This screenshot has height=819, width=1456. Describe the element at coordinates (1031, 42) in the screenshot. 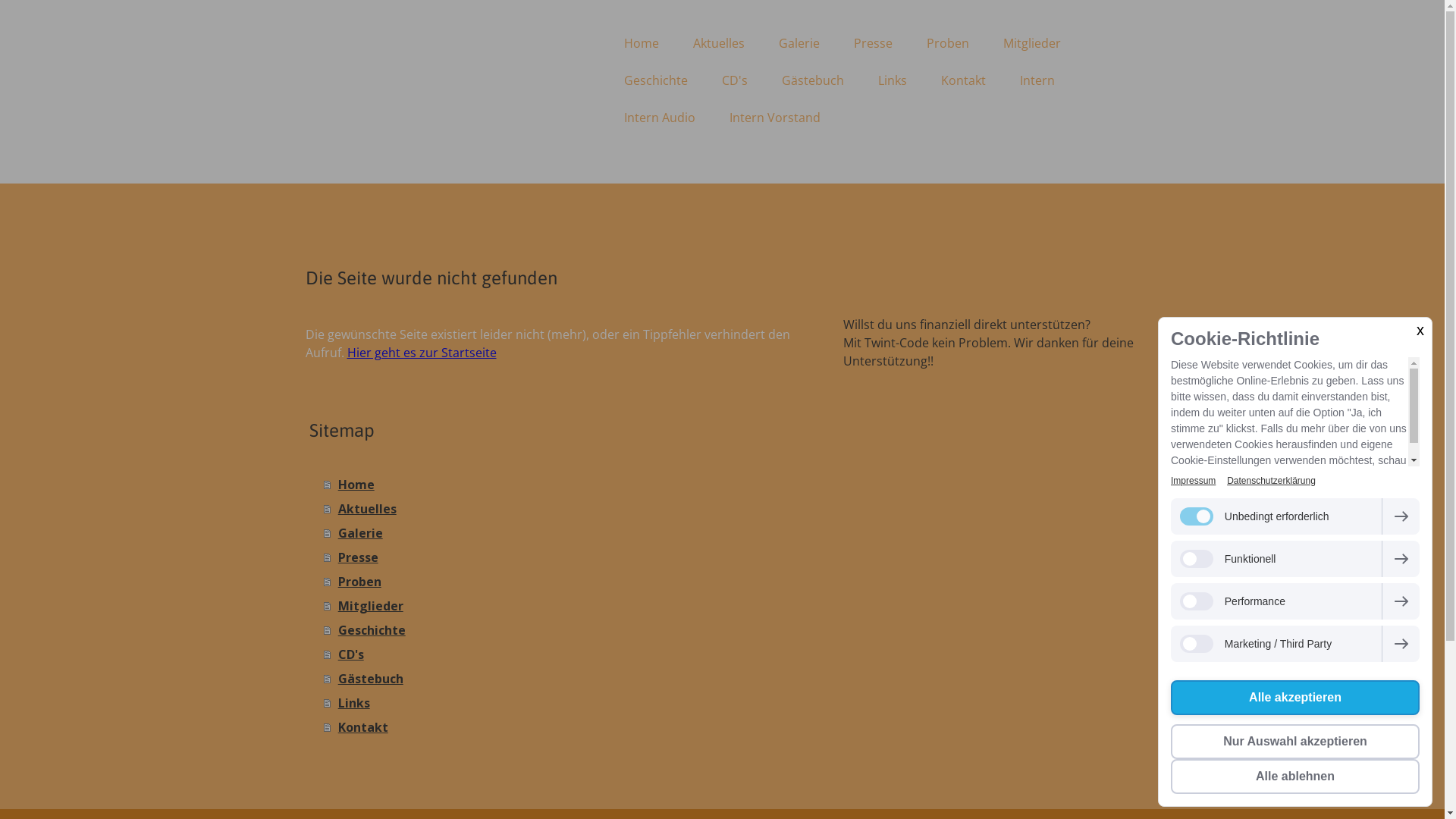

I see `'Mitglieder'` at that location.